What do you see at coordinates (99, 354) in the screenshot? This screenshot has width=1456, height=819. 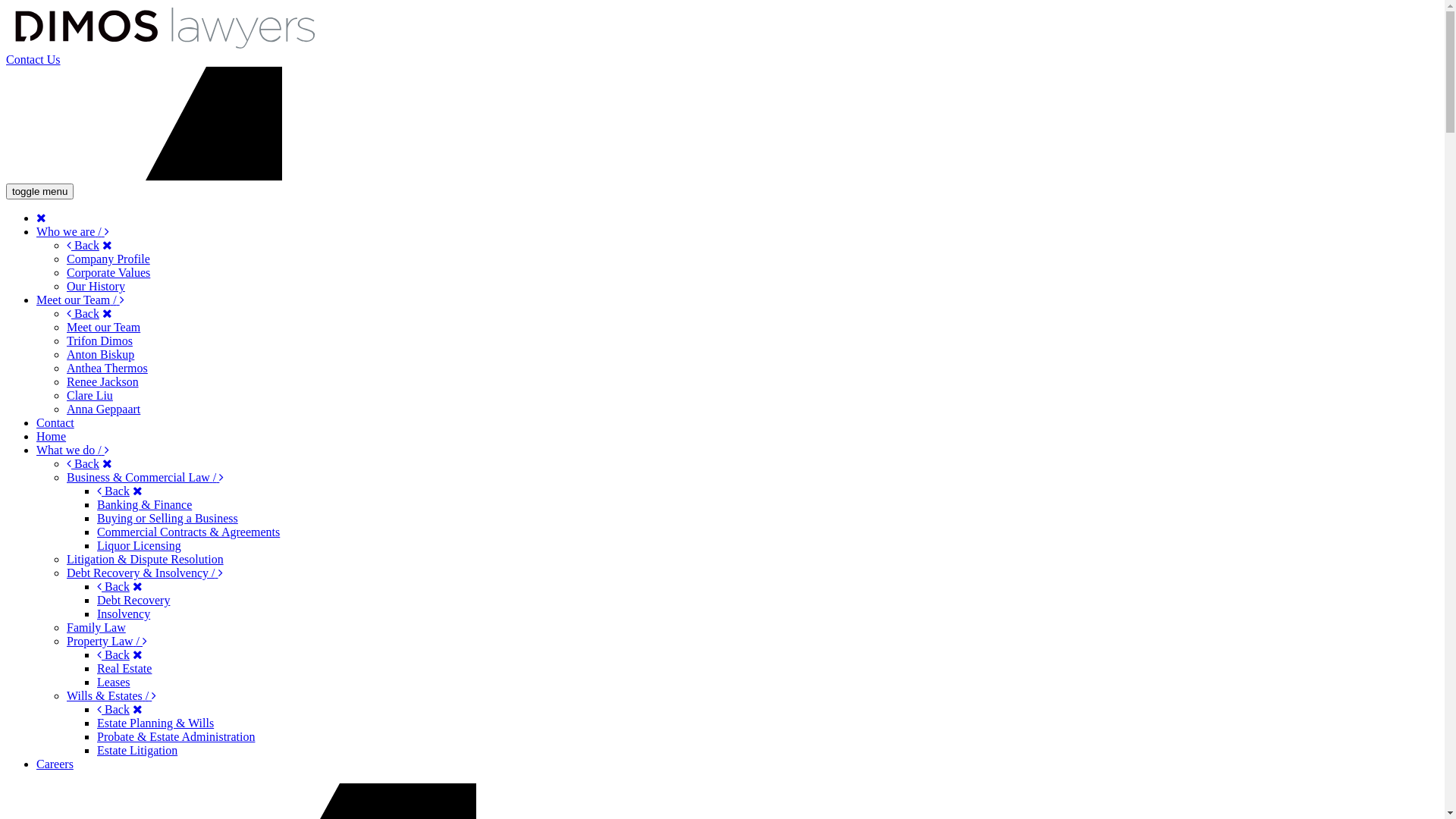 I see `'Anton Biskup'` at bounding box center [99, 354].